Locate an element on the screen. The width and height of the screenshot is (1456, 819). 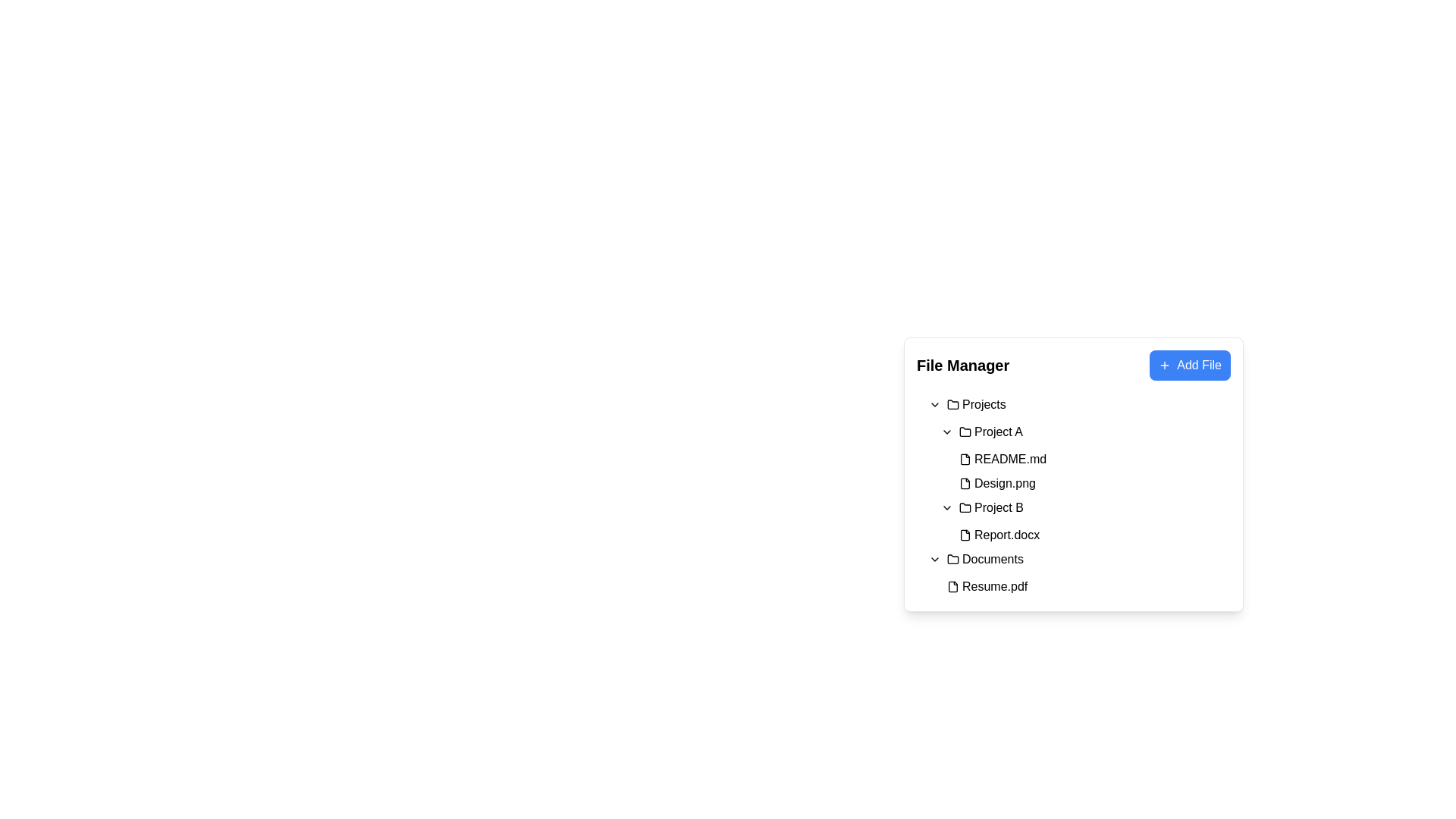
the text 'Project B' associated with the folder icon is located at coordinates (999, 508).